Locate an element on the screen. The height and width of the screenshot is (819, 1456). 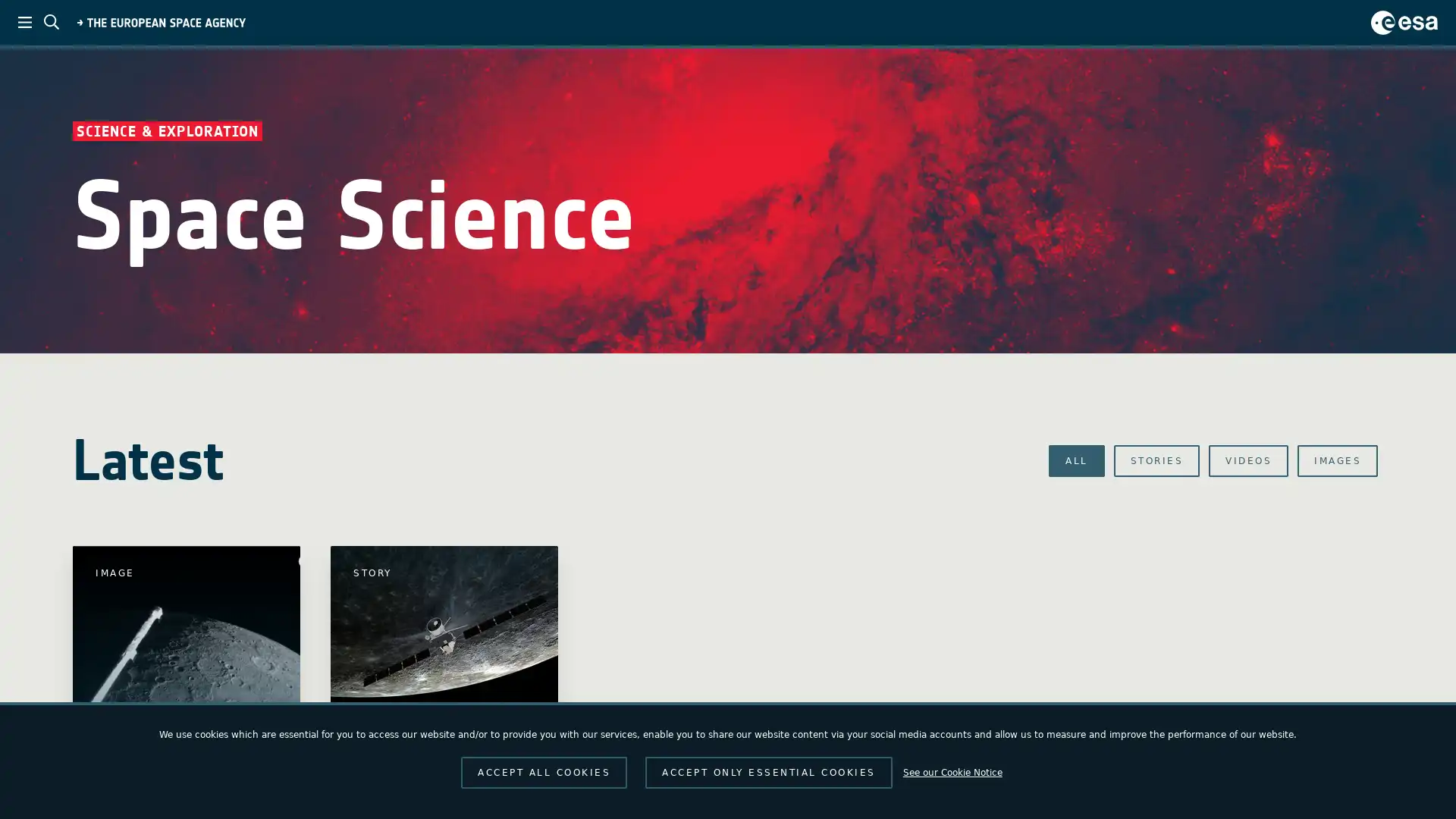
ALL is located at coordinates (1075, 459).